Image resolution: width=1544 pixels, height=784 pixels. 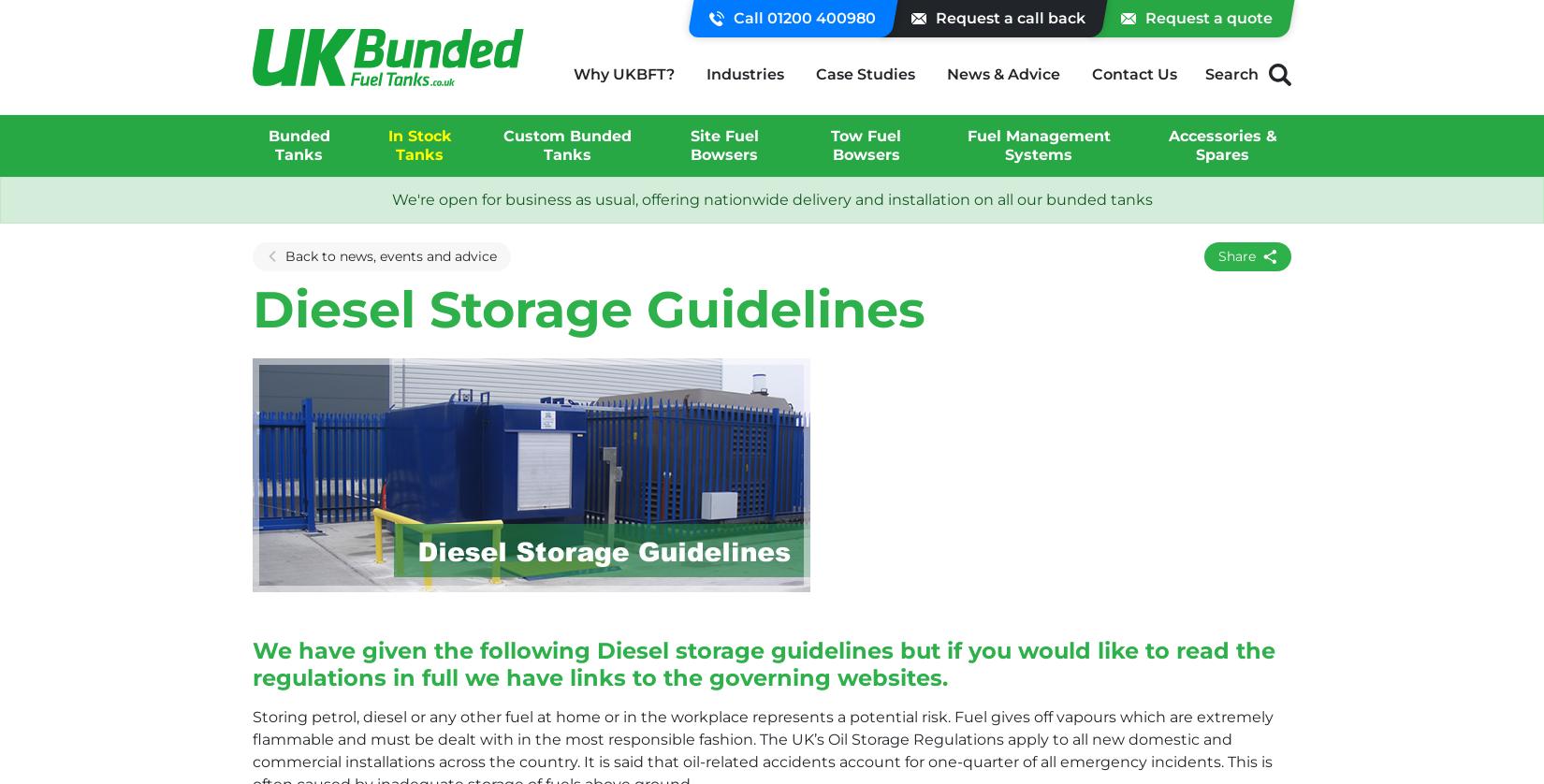 What do you see at coordinates (770, 197) in the screenshot?
I see `'We're open for business as usual, offering nationwide delivery and installation on all our bunded tanks'` at bounding box center [770, 197].